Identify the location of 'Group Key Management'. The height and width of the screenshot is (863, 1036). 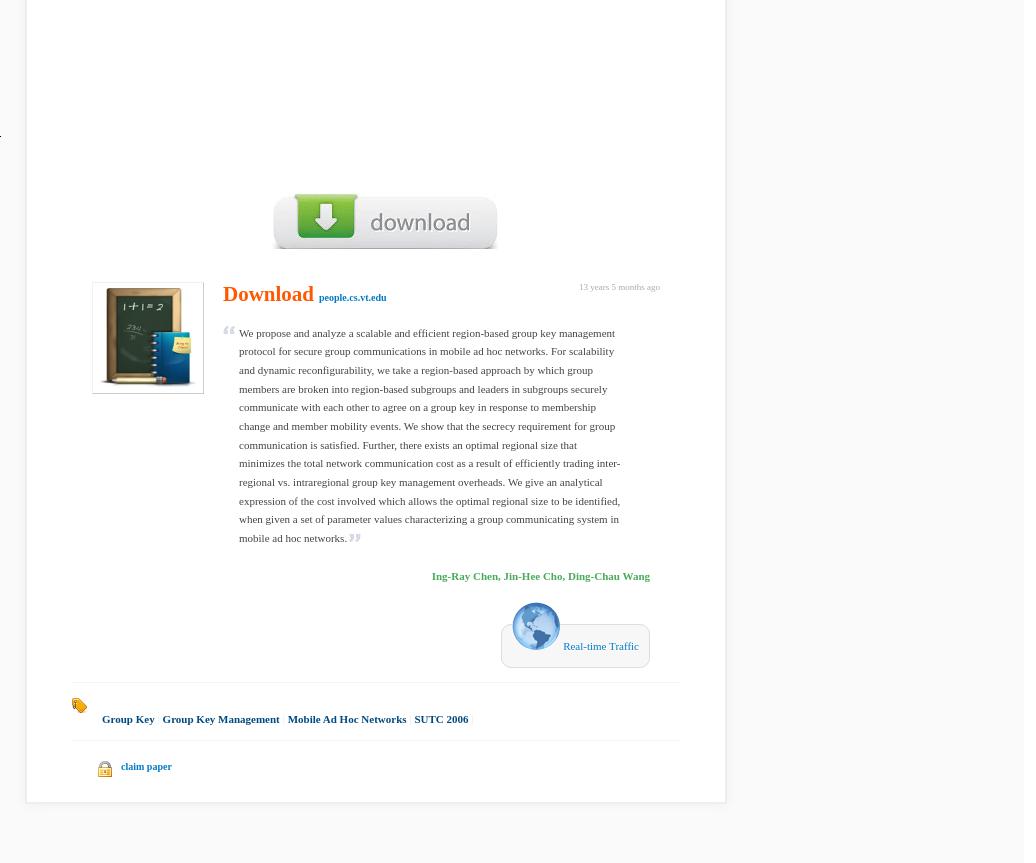
(220, 718).